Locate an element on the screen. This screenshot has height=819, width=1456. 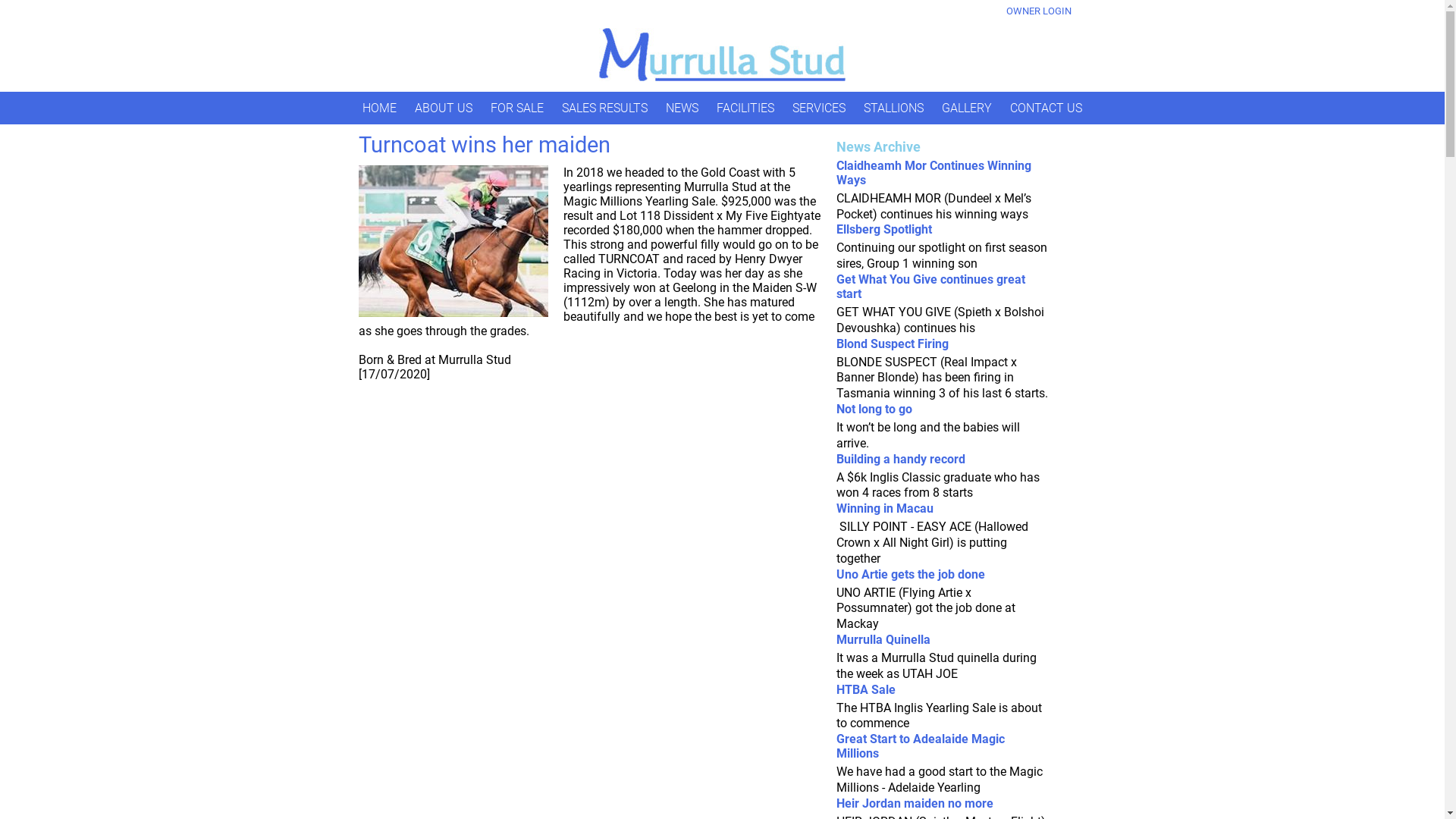
'Great Start to Adealaide Magic Millions' is located at coordinates (919, 745).